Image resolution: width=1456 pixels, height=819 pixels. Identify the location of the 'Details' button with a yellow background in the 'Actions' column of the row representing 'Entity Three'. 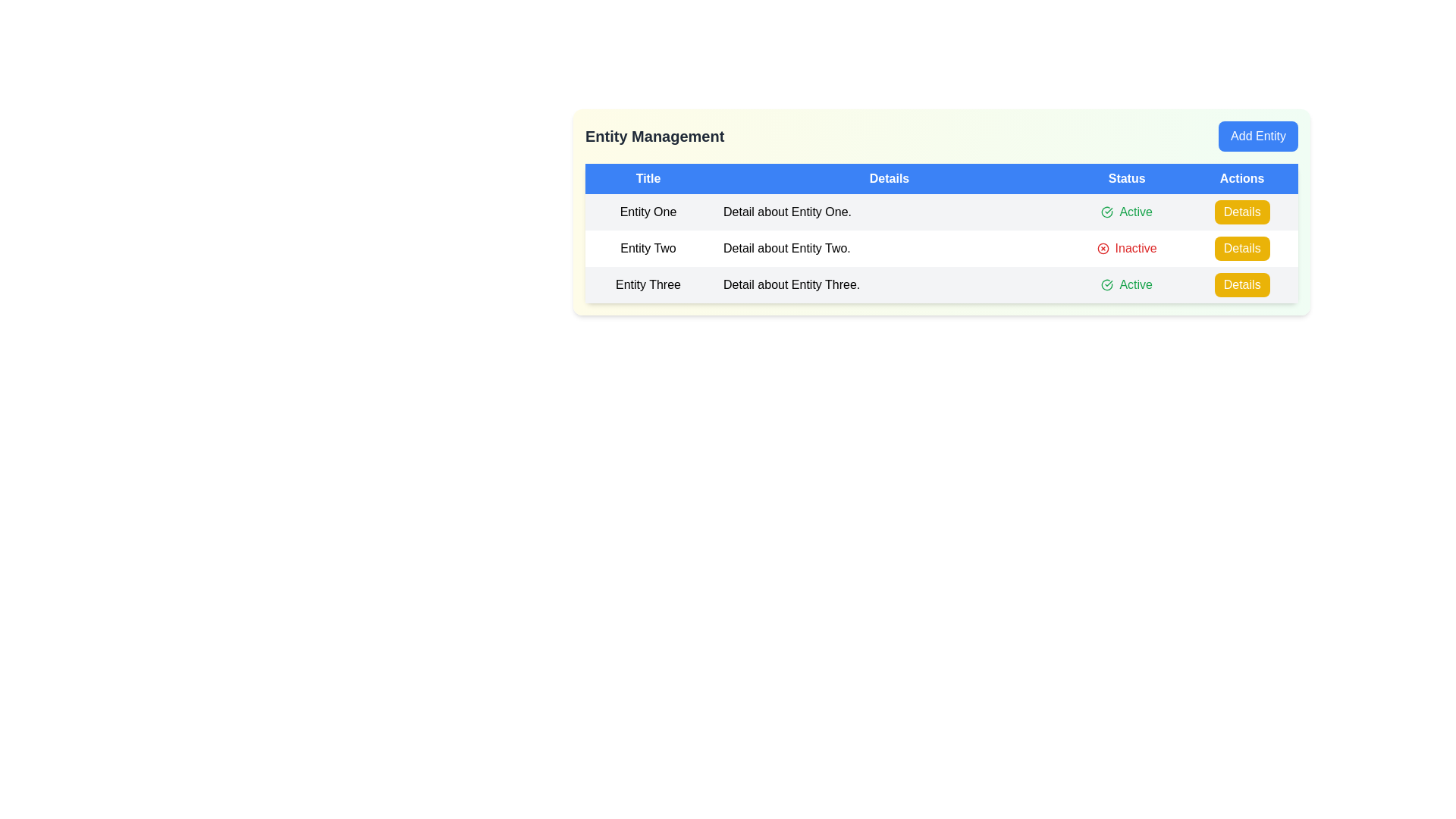
(1241, 284).